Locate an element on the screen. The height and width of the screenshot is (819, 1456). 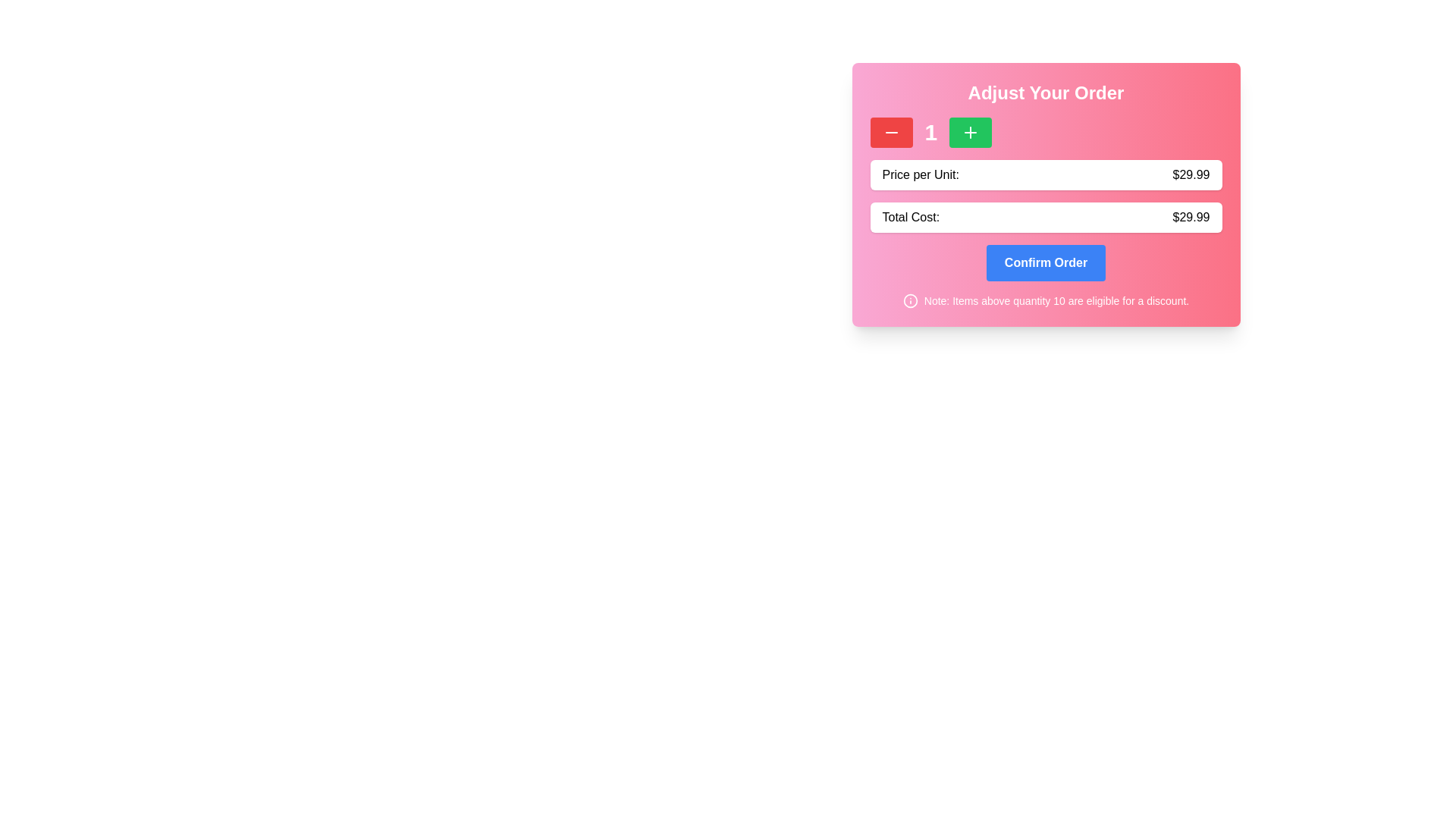
pricing details displayed in the central information block located within the 'Adjust Your Order' card, positioned below the quantity control and above the 'Confirm Order' button is located at coordinates (1045, 213).